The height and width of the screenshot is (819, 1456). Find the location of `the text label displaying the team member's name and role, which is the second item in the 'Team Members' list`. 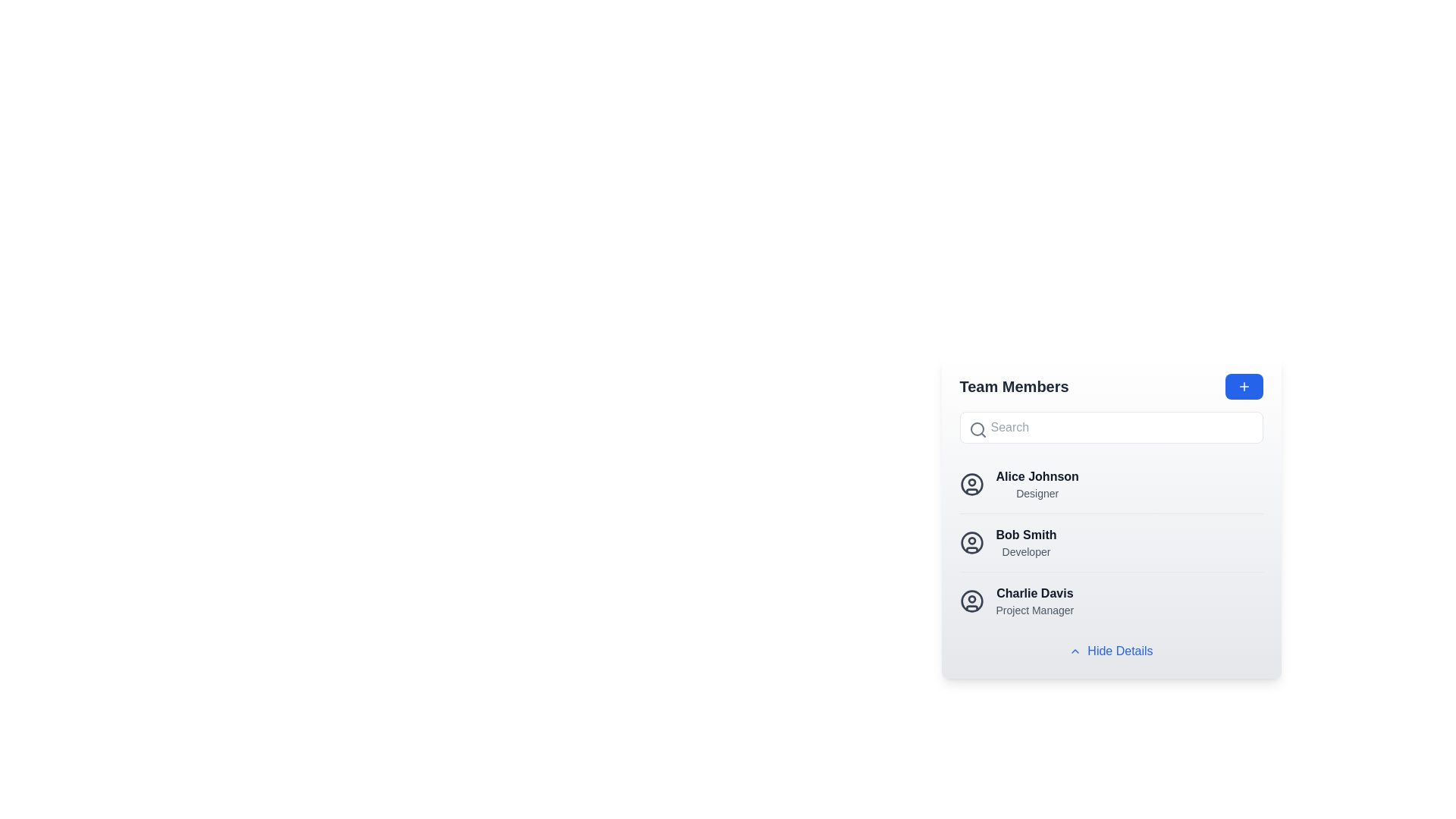

the text label displaying the team member's name and role, which is the second item in the 'Team Members' list is located at coordinates (1037, 485).